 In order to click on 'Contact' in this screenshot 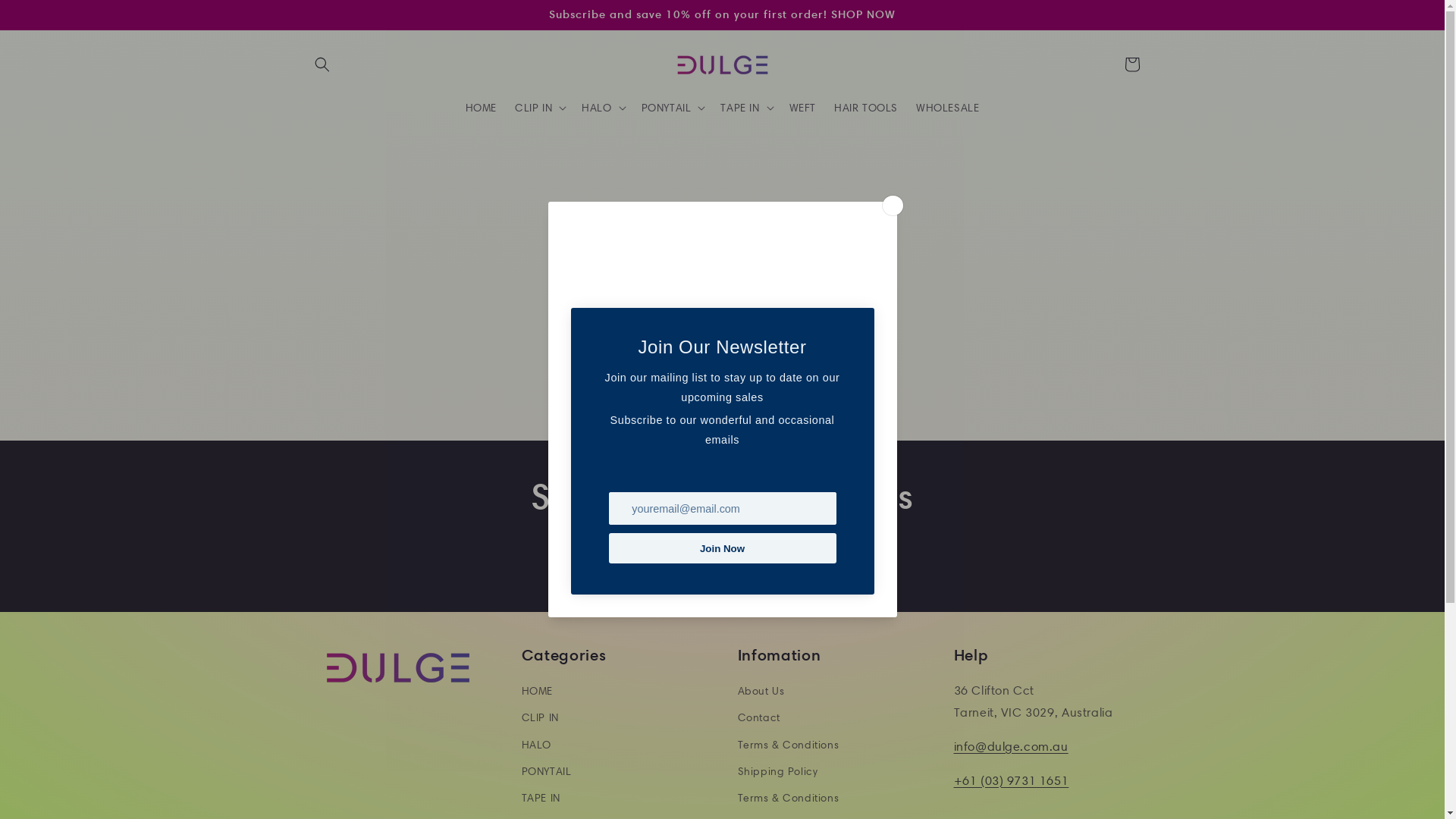, I will do `click(758, 717)`.